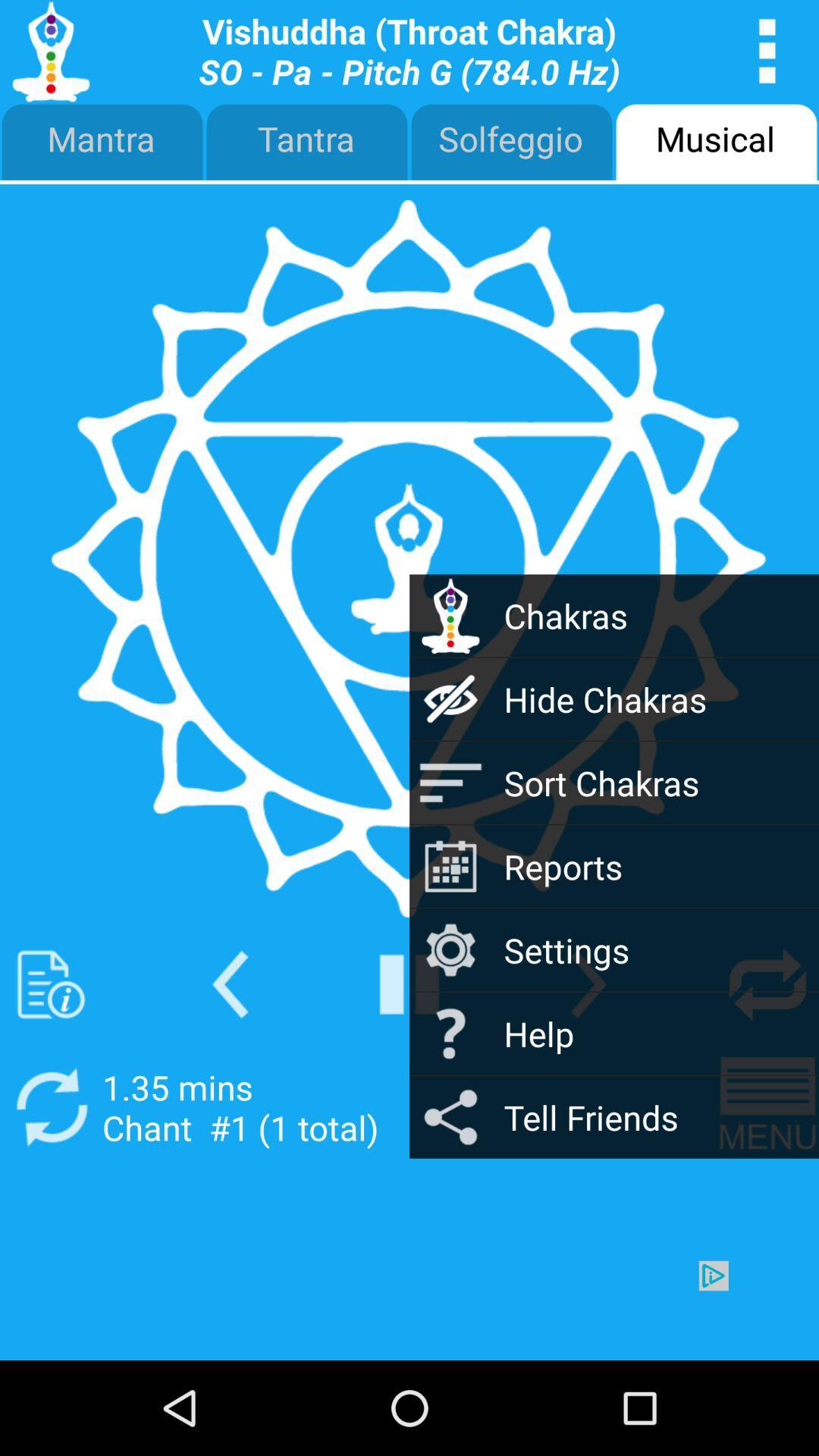 This screenshot has width=819, height=1456. I want to click on the question mark icon, so click(450, 1033).